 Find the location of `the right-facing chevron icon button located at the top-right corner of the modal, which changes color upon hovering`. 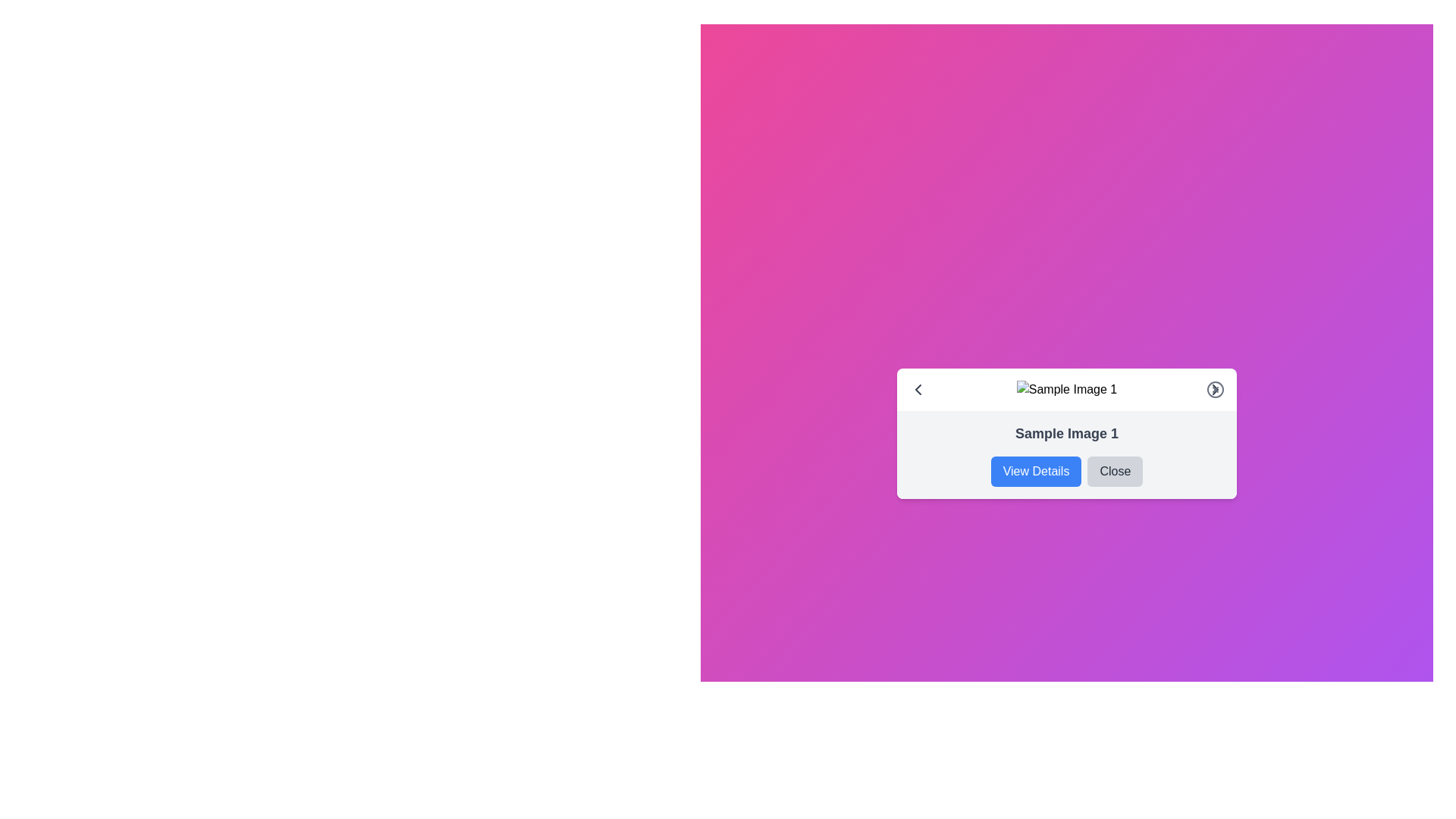

the right-facing chevron icon button located at the top-right corner of the modal, which changes color upon hovering is located at coordinates (1216, 388).